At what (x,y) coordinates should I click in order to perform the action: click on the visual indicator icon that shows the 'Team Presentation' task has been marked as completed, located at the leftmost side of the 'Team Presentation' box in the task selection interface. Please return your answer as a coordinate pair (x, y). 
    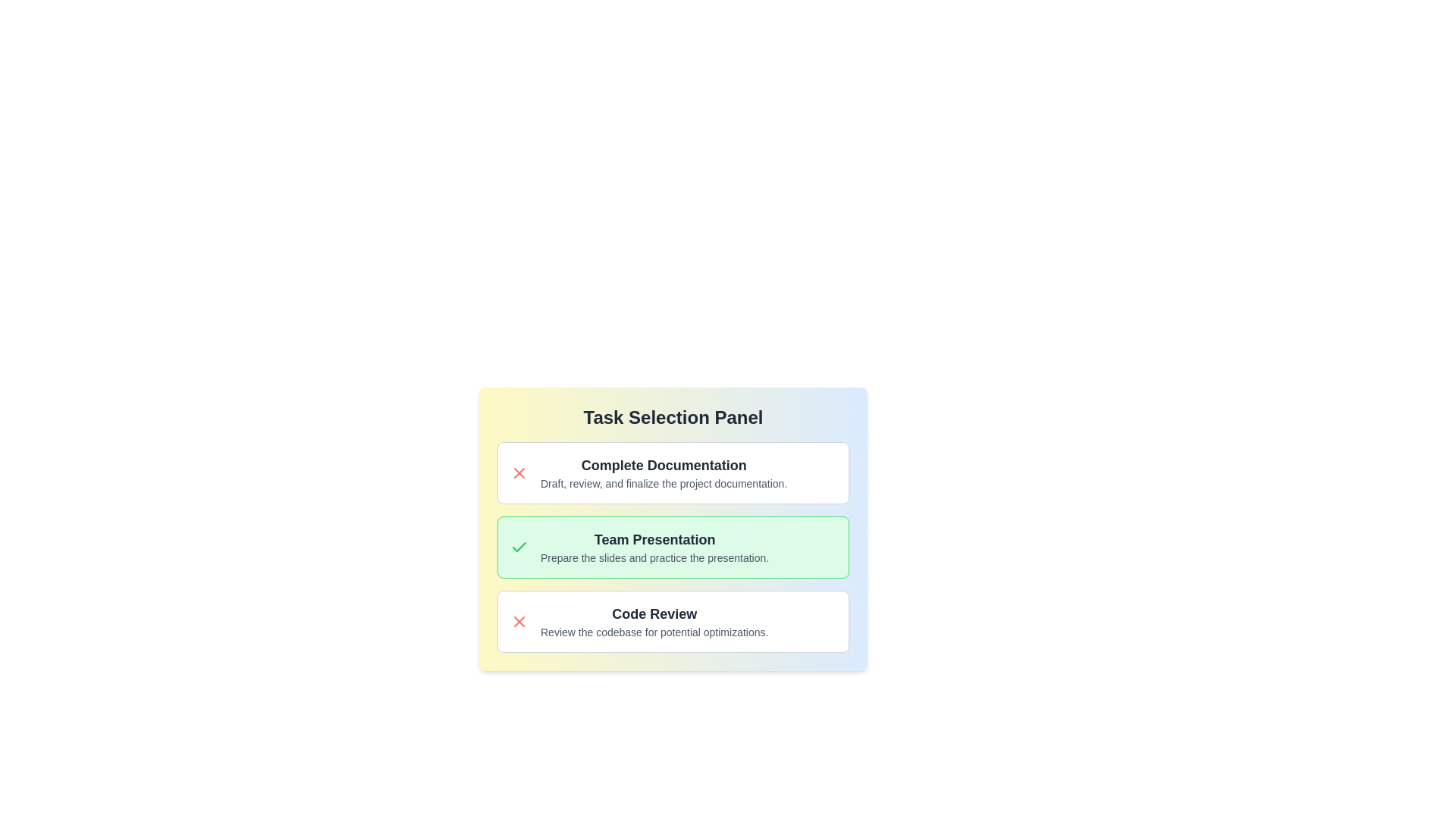
    Looking at the image, I should click on (519, 547).